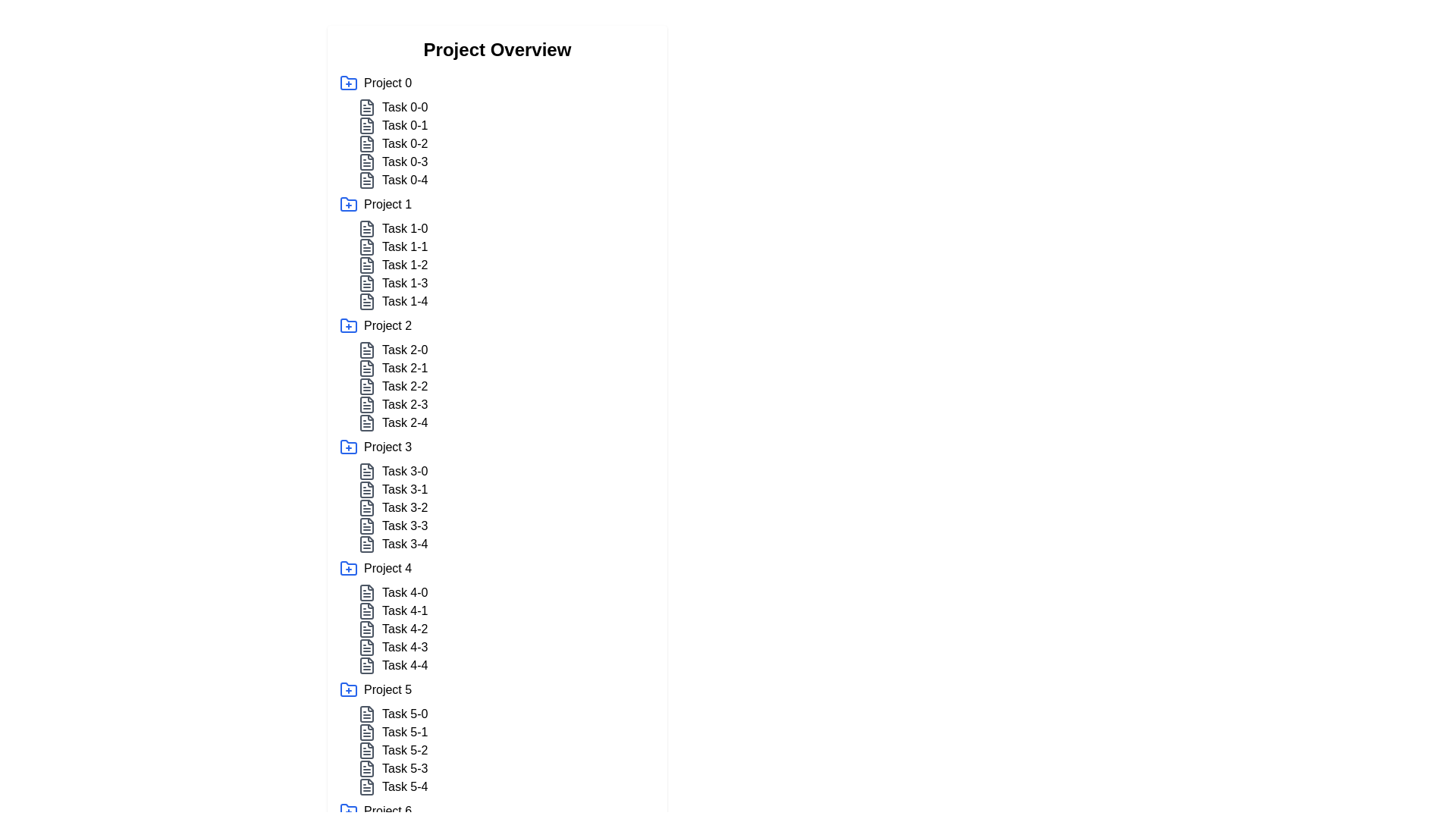  What do you see at coordinates (506, 369) in the screenshot?
I see `the text label representing a task within the 'Project 2' category, which is the second item in the list, positioned below 'Task 2-0' and above 'Task 2-2'` at bounding box center [506, 369].